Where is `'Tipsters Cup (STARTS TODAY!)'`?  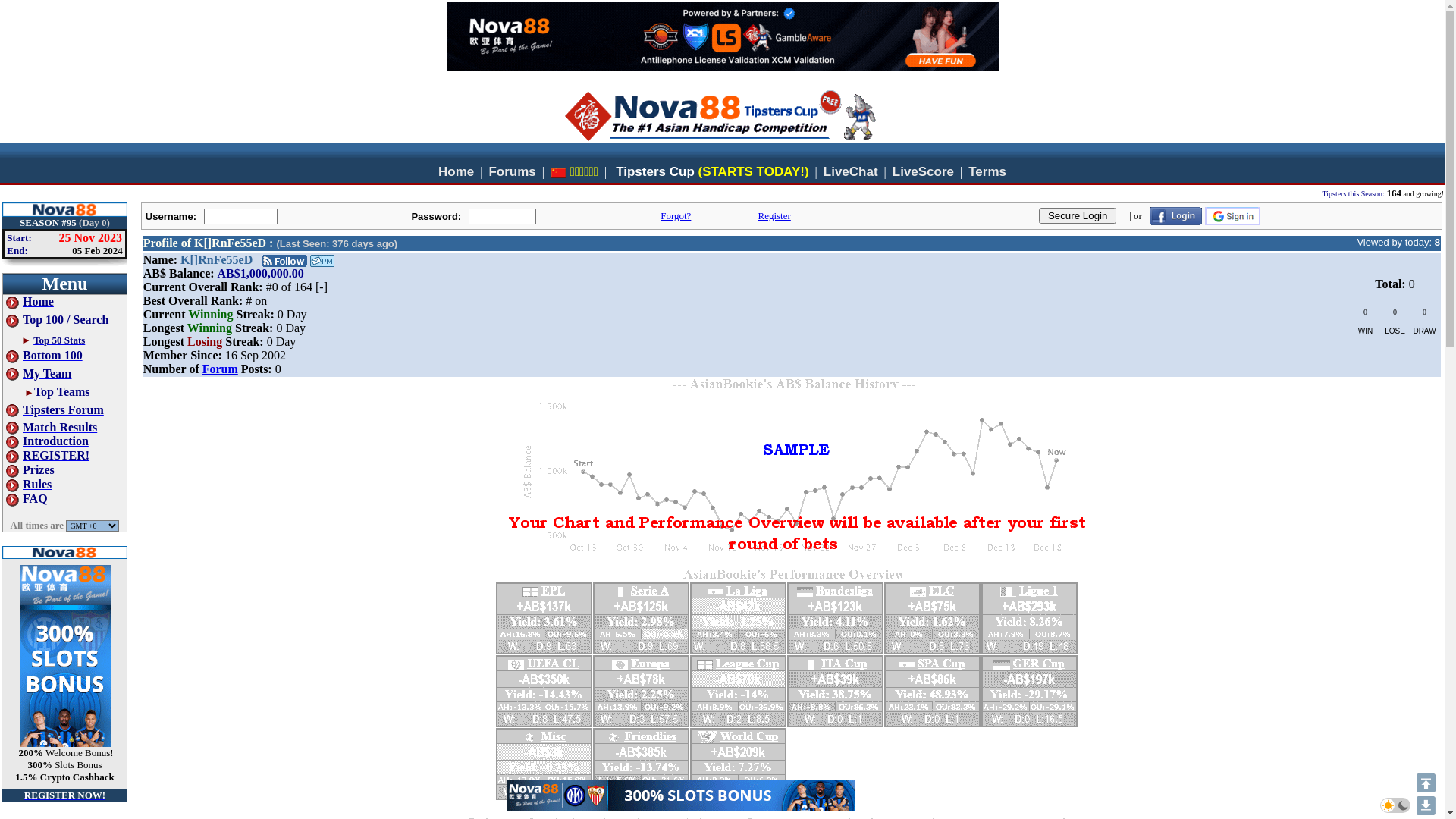 'Tipsters Cup (STARTS TODAY!)' is located at coordinates (711, 171).